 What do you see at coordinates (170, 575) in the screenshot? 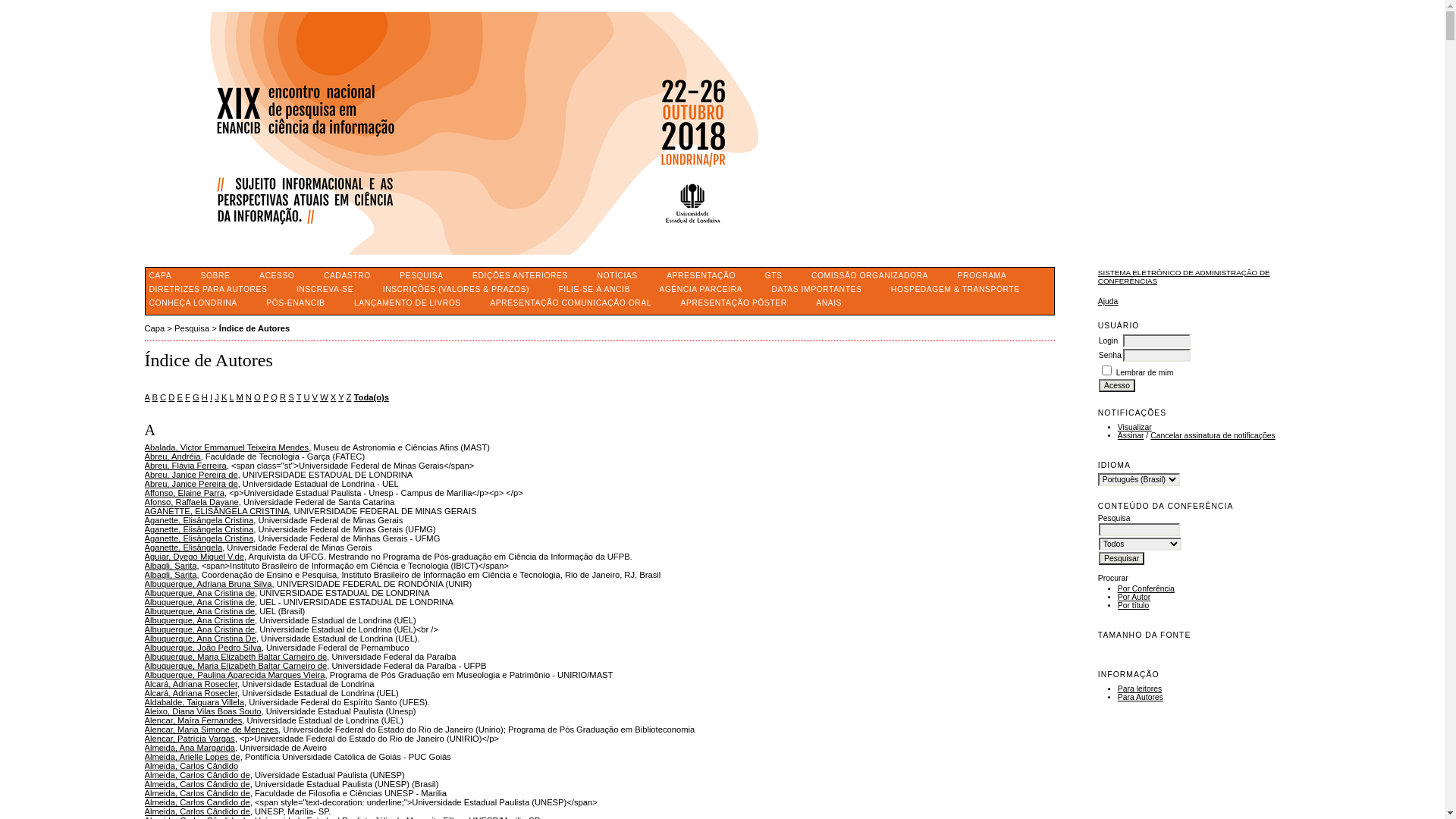
I see `'Albagli, Sarita'` at bounding box center [170, 575].